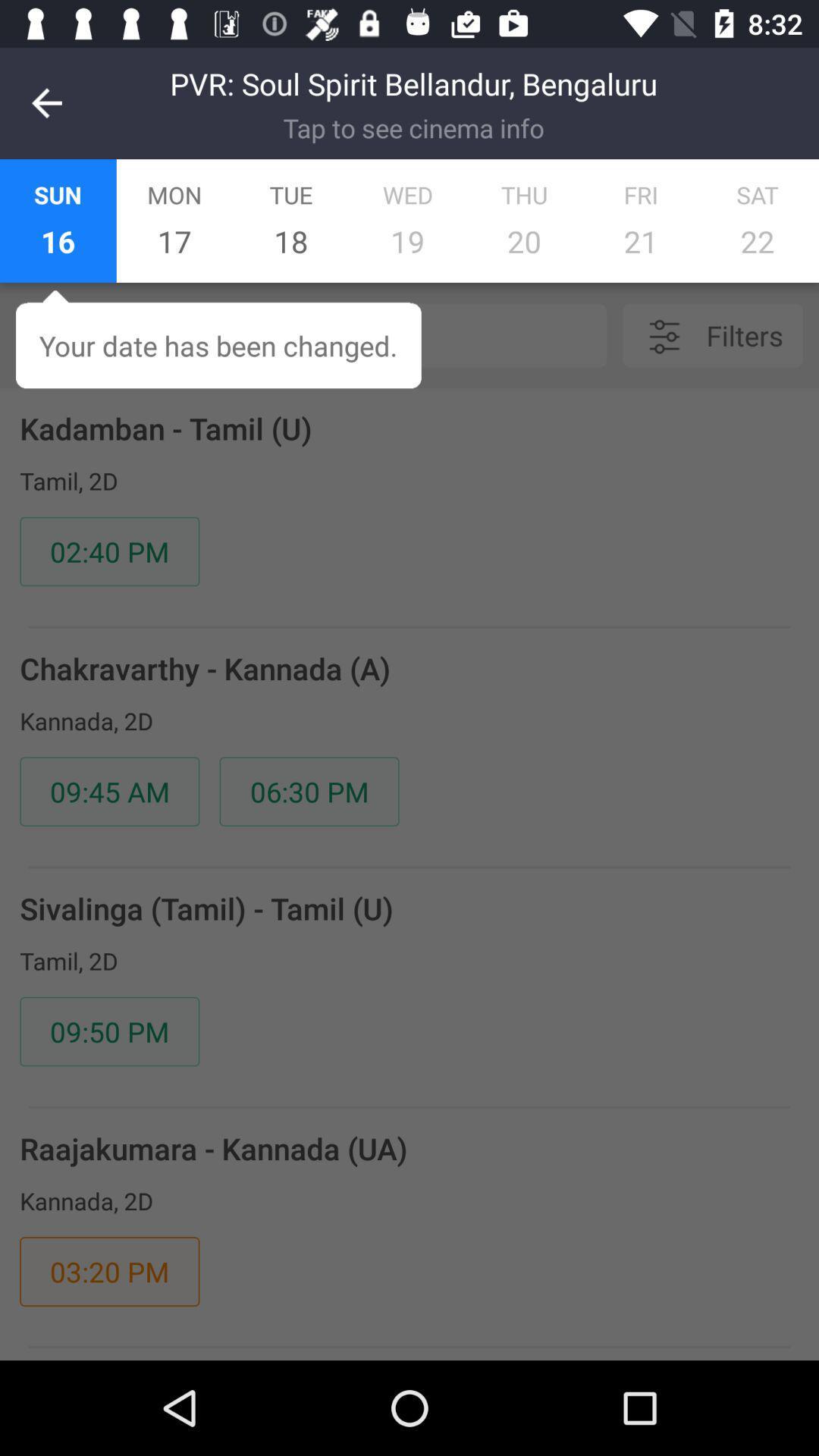 The image size is (819, 1456). I want to click on the search by movie, so click(348, 334).